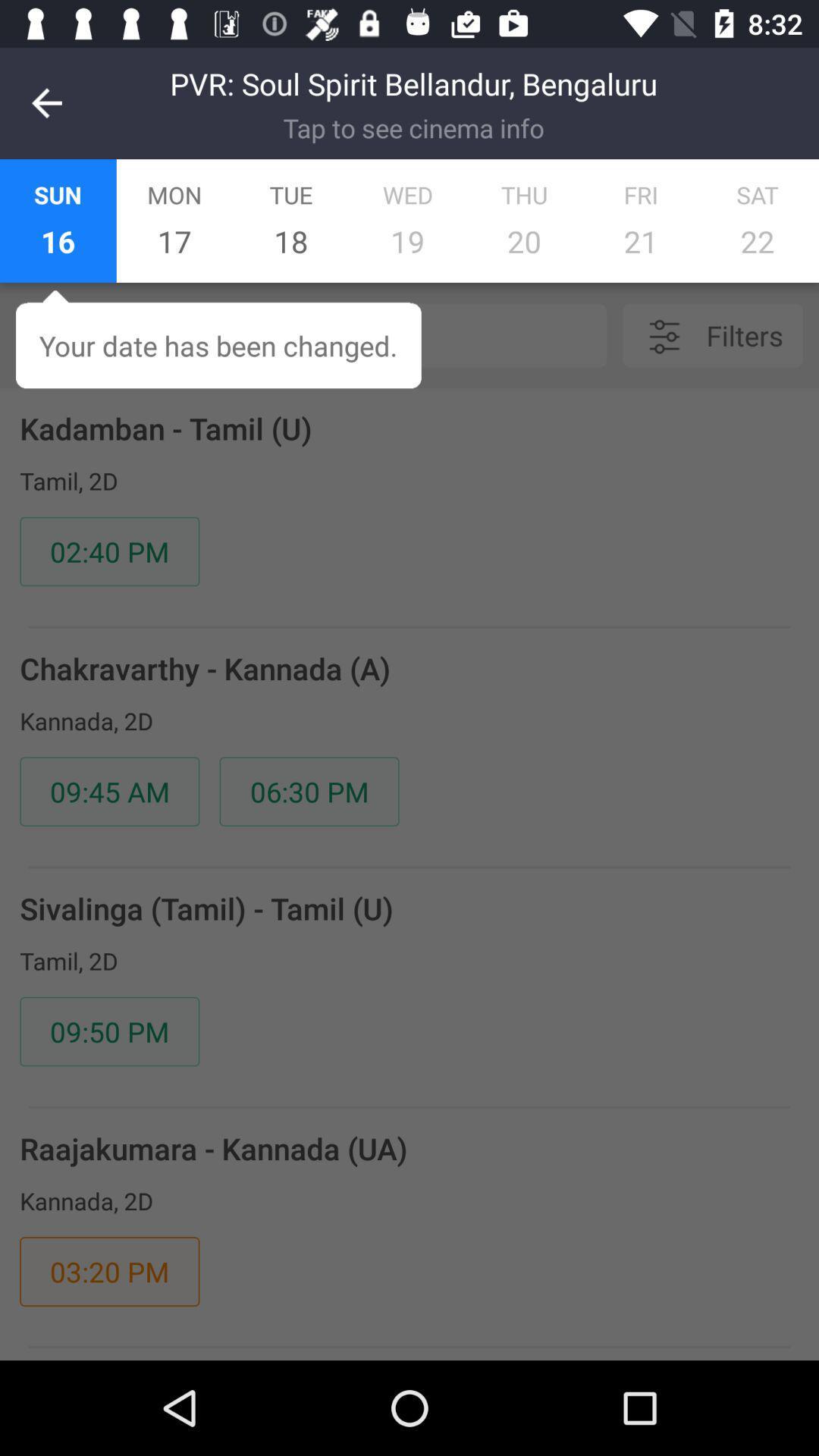 The image size is (819, 1456). I want to click on the search by movie, so click(348, 334).